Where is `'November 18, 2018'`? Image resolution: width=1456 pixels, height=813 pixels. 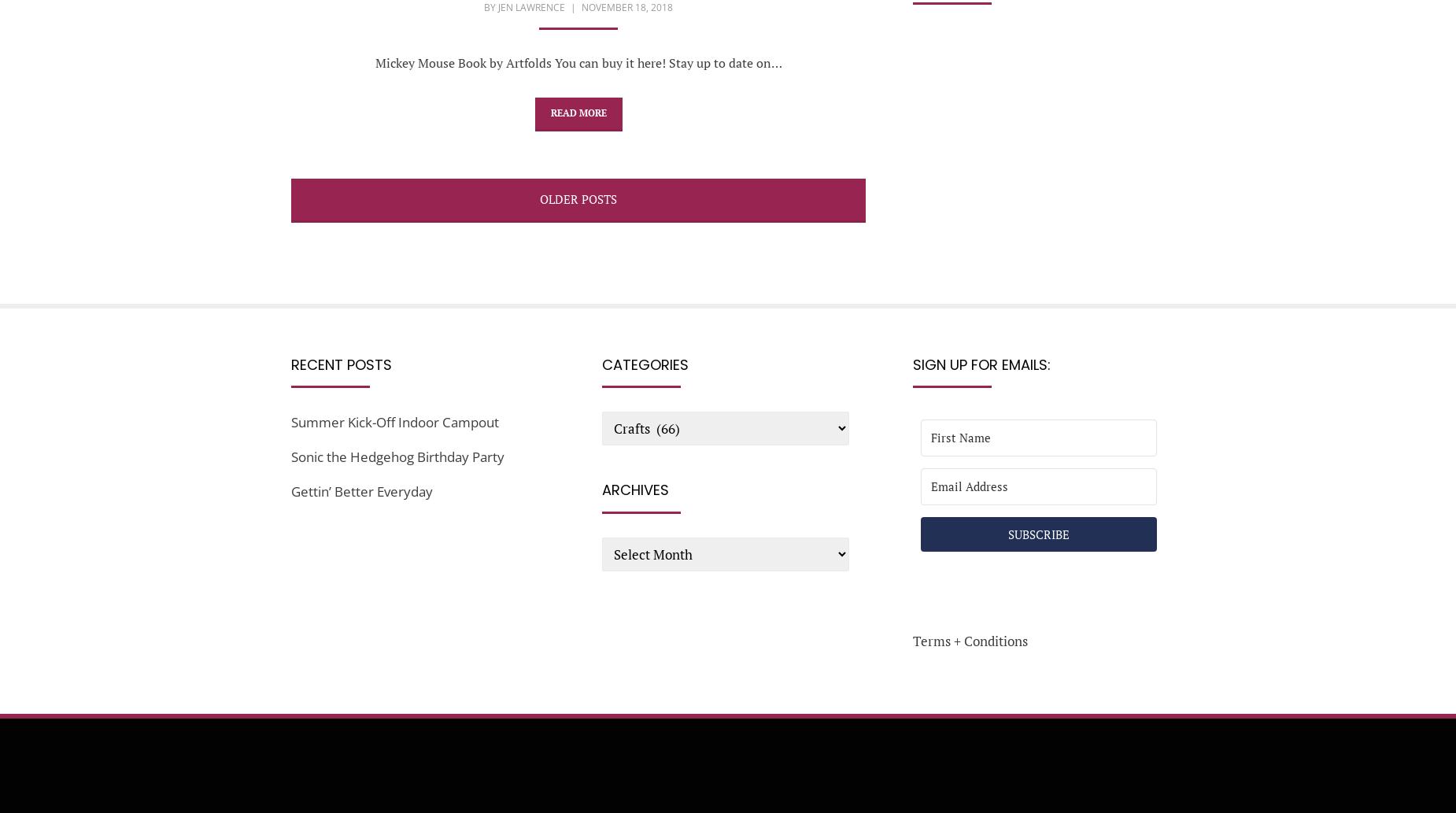
'November 18, 2018' is located at coordinates (626, 7).